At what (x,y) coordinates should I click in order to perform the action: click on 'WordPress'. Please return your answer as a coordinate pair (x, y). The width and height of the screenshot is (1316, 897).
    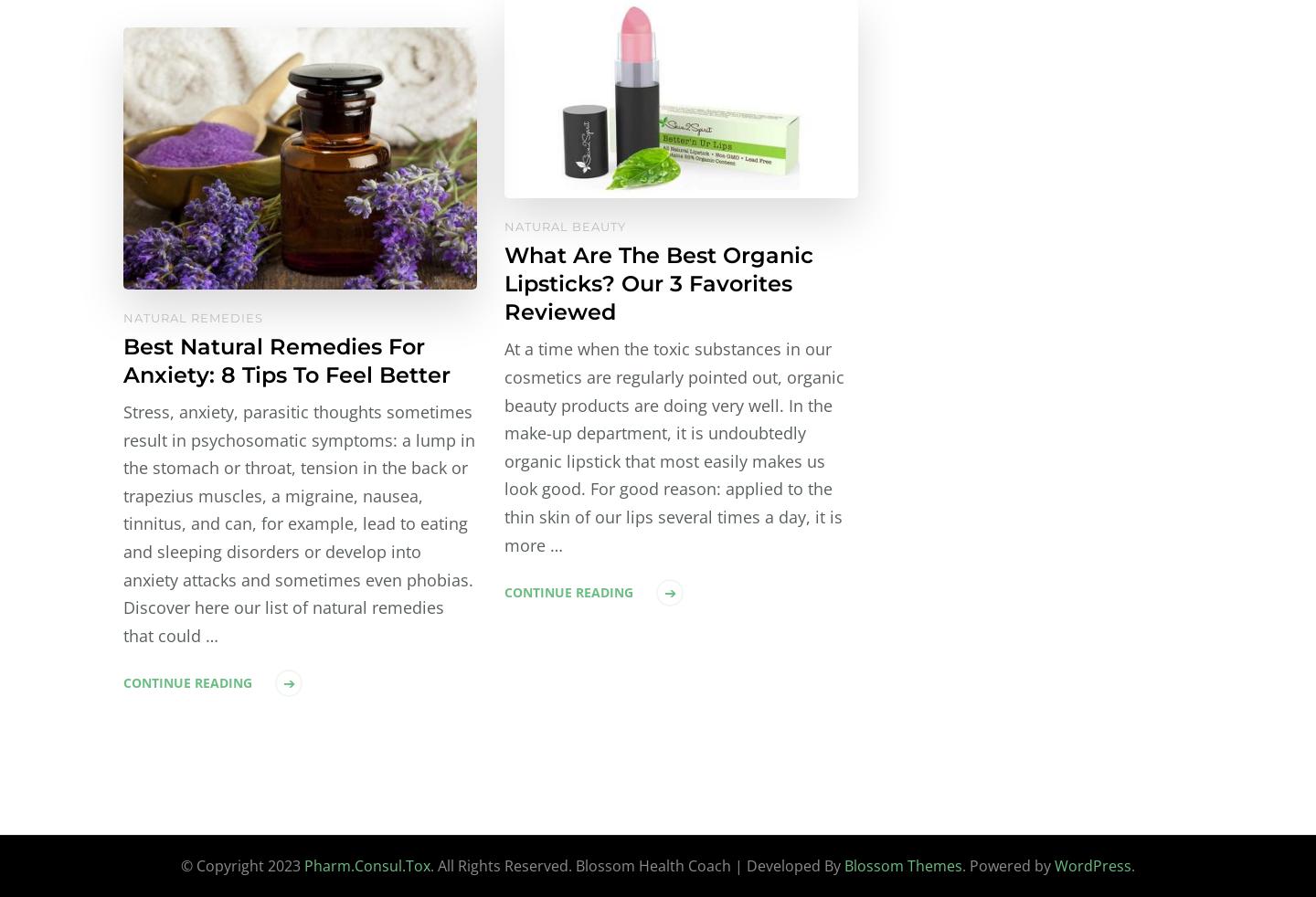
    Looking at the image, I should click on (1093, 866).